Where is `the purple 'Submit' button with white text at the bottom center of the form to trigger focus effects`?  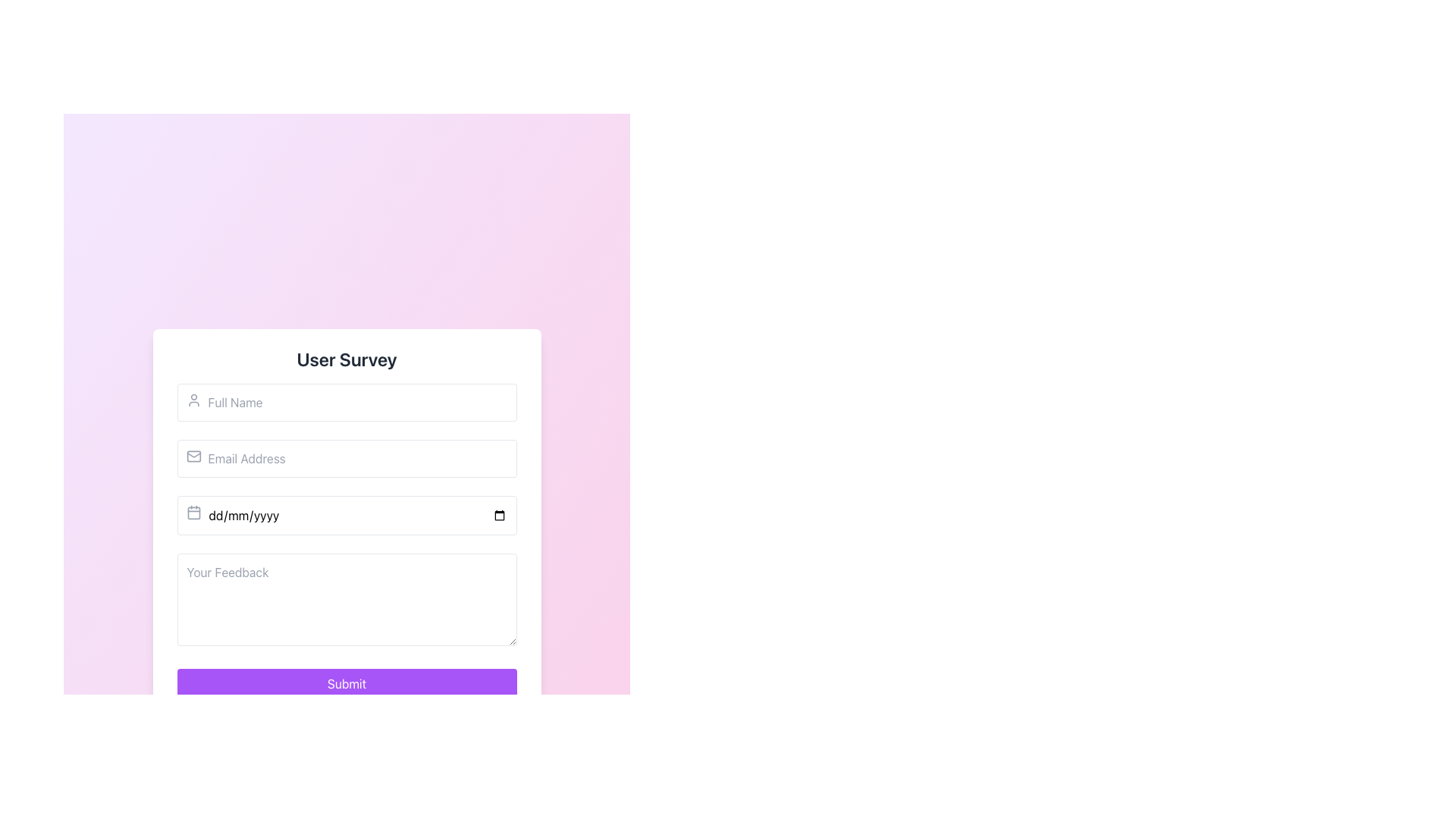
the purple 'Submit' button with white text at the bottom center of the form to trigger focus effects is located at coordinates (346, 684).